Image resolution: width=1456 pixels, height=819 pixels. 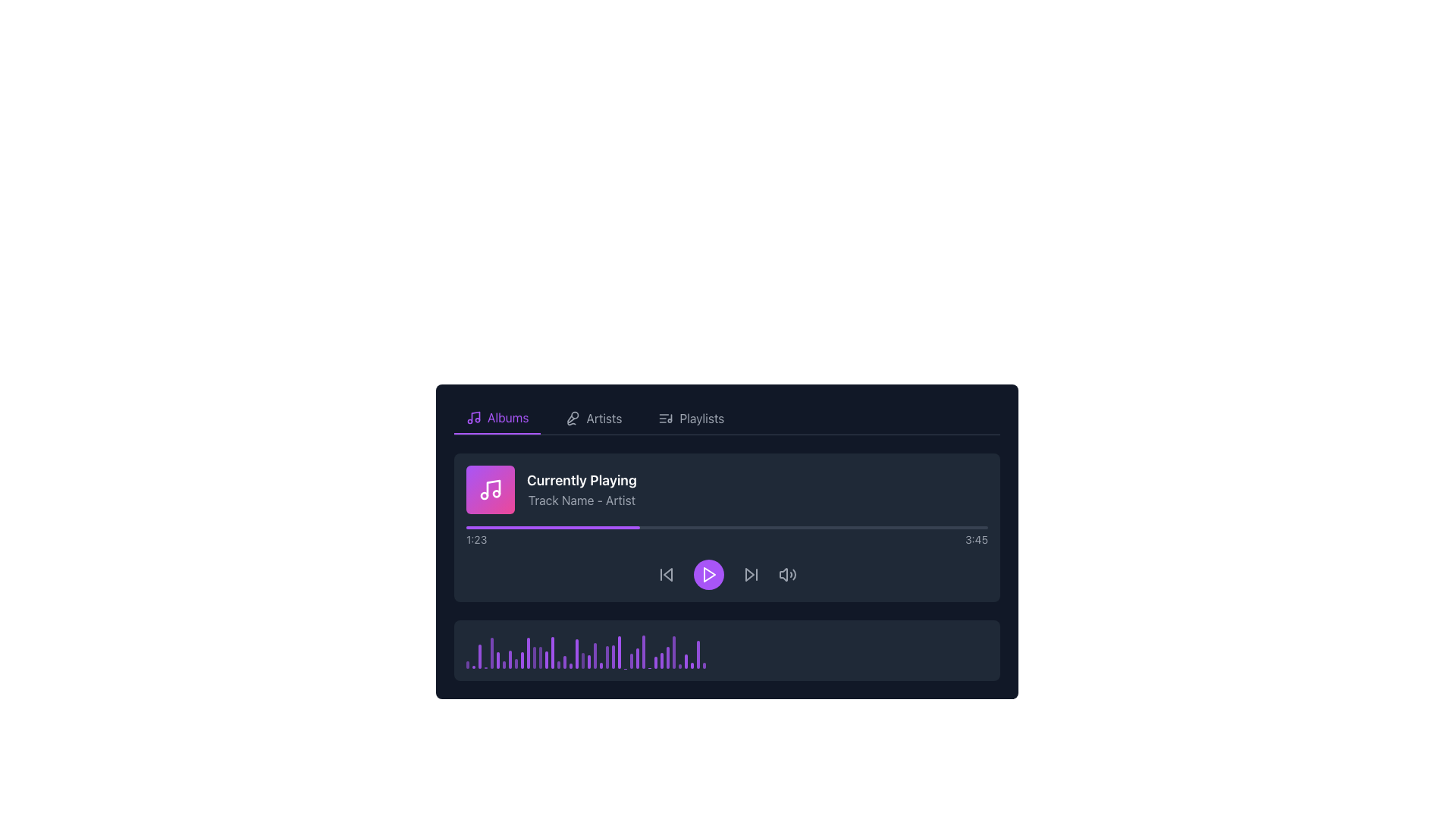 What do you see at coordinates (588, 661) in the screenshot?
I see `the purple vertical waveform progress bar, which is the 21st bar from the left in the waveform section of the music player interface` at bounding box center [588, 661].